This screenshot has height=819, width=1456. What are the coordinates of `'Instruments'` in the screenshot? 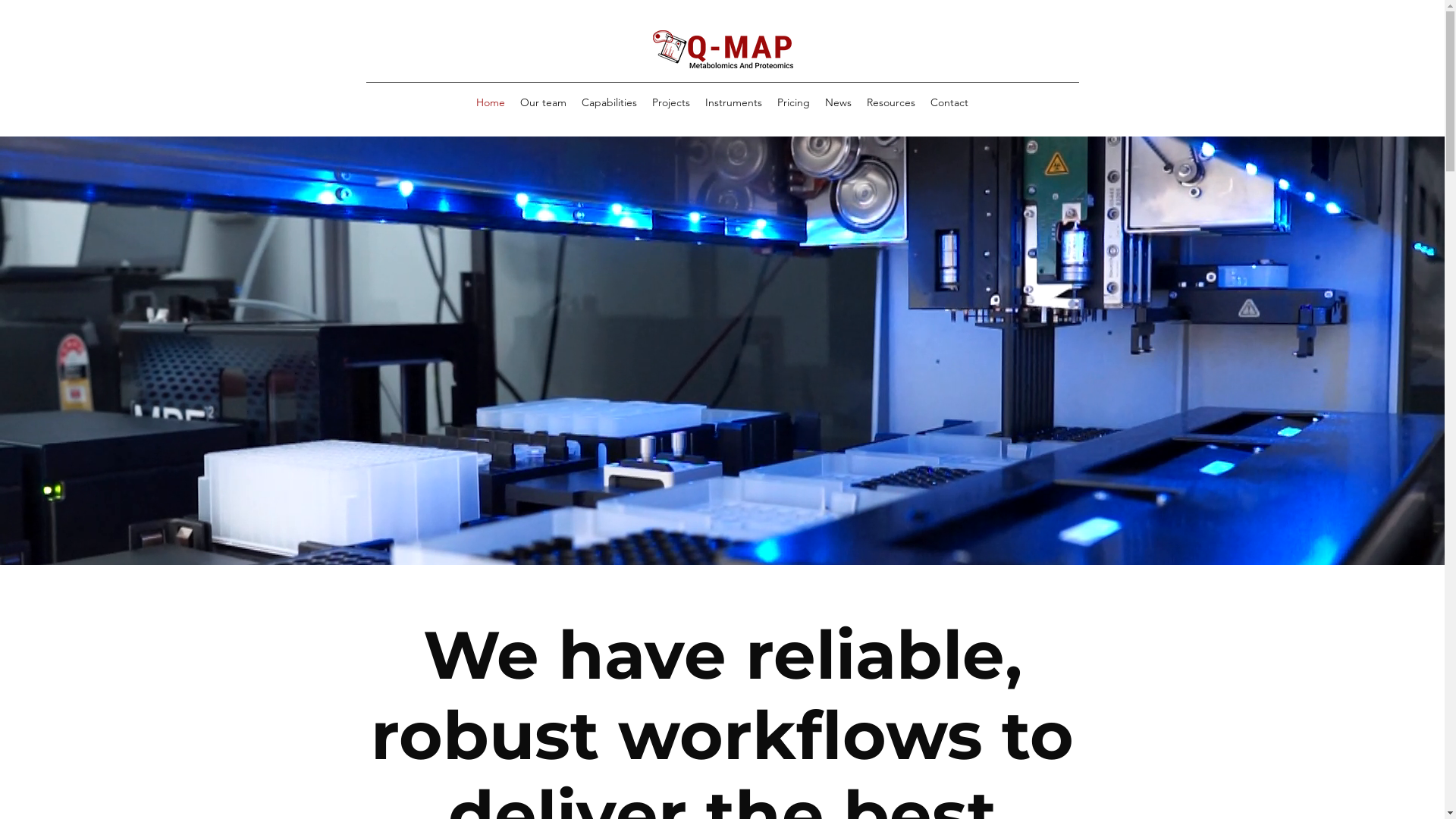 It's located at (733, 102).